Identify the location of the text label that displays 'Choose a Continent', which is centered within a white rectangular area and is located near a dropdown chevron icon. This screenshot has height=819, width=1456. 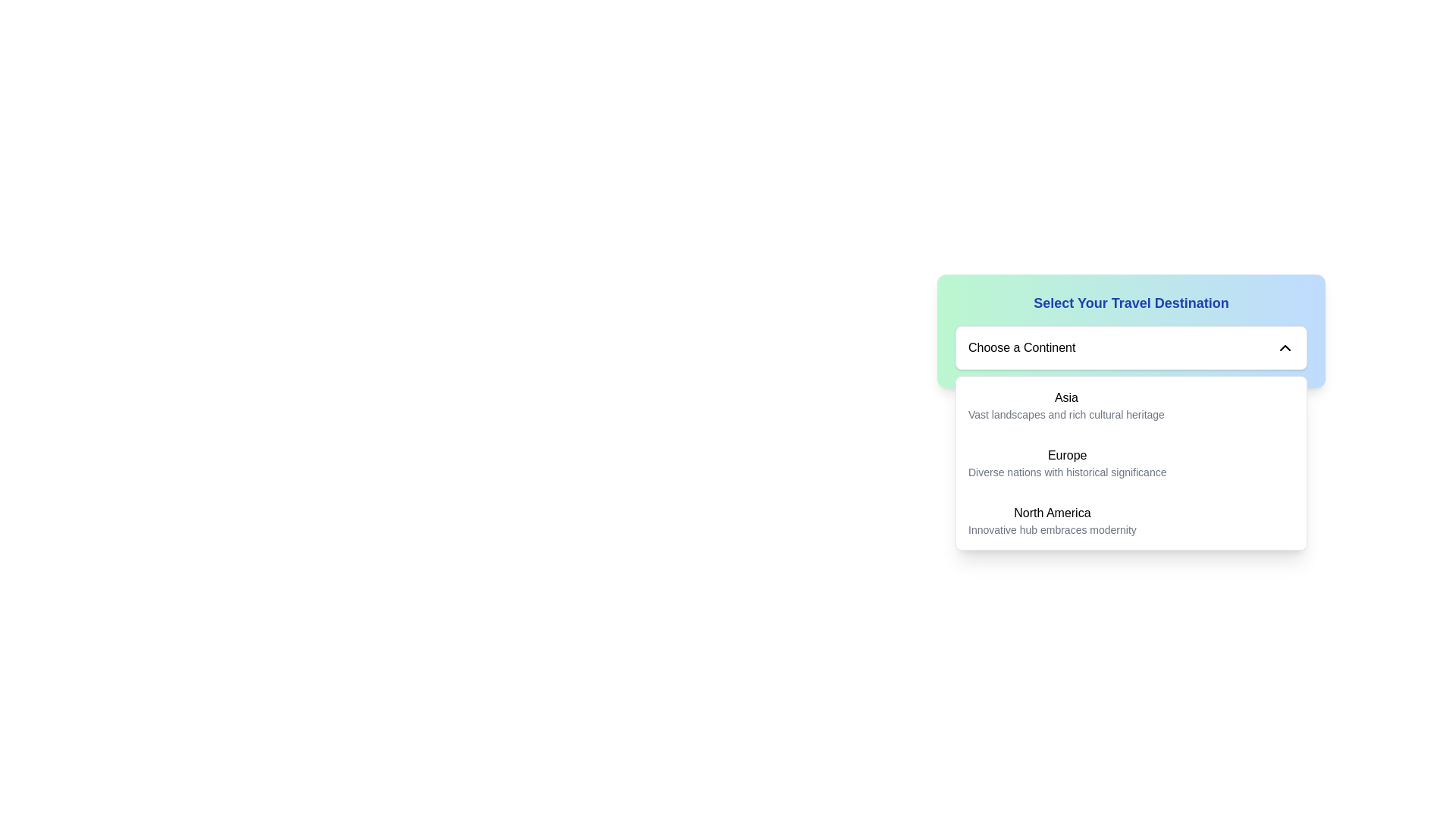
(1021, 348).